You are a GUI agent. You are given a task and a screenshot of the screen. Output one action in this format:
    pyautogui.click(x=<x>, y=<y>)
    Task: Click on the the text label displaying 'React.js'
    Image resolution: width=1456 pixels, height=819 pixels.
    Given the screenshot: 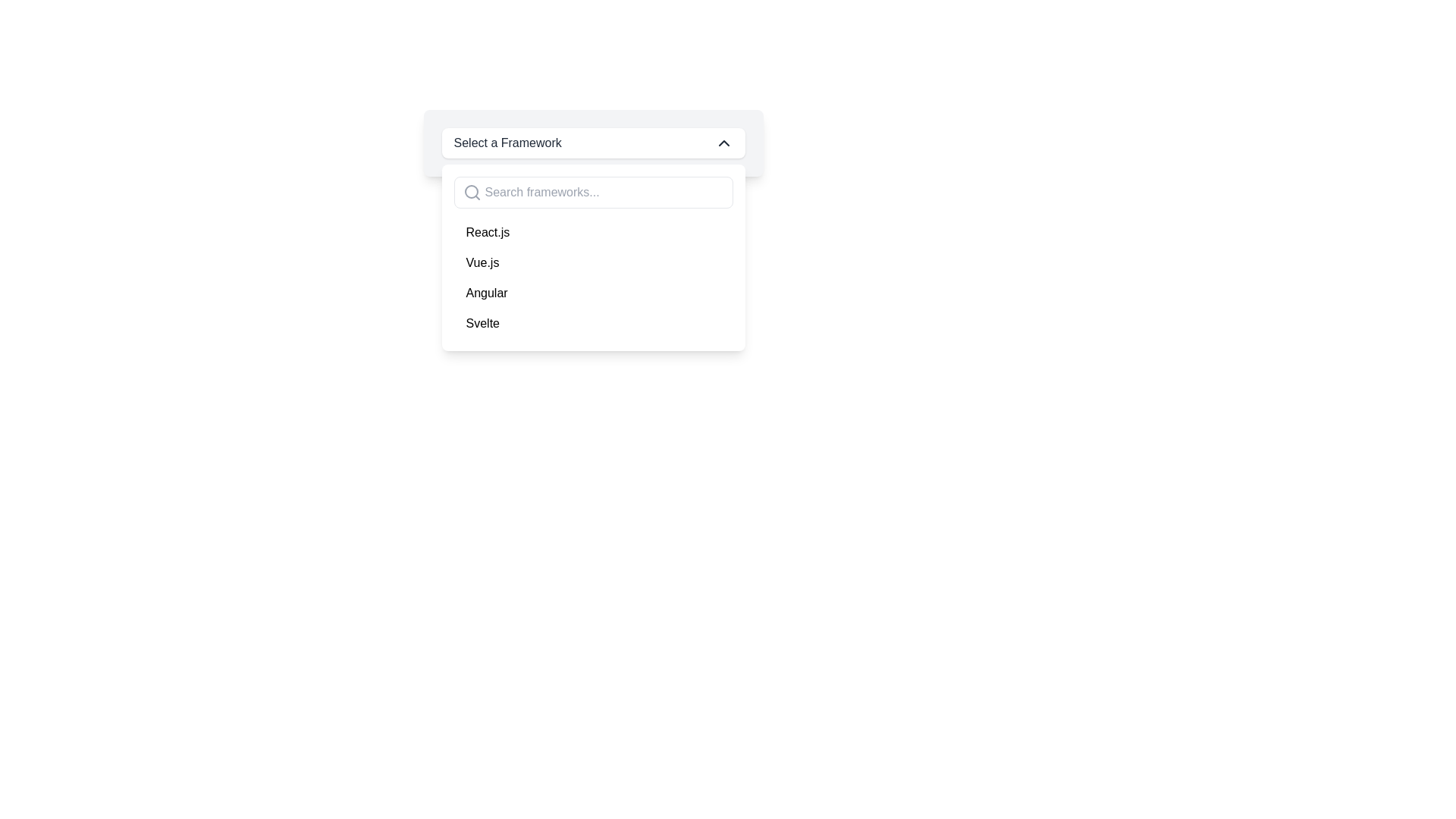 What is the action you would take?
    pyautogui.click(x=488, y=233)
    